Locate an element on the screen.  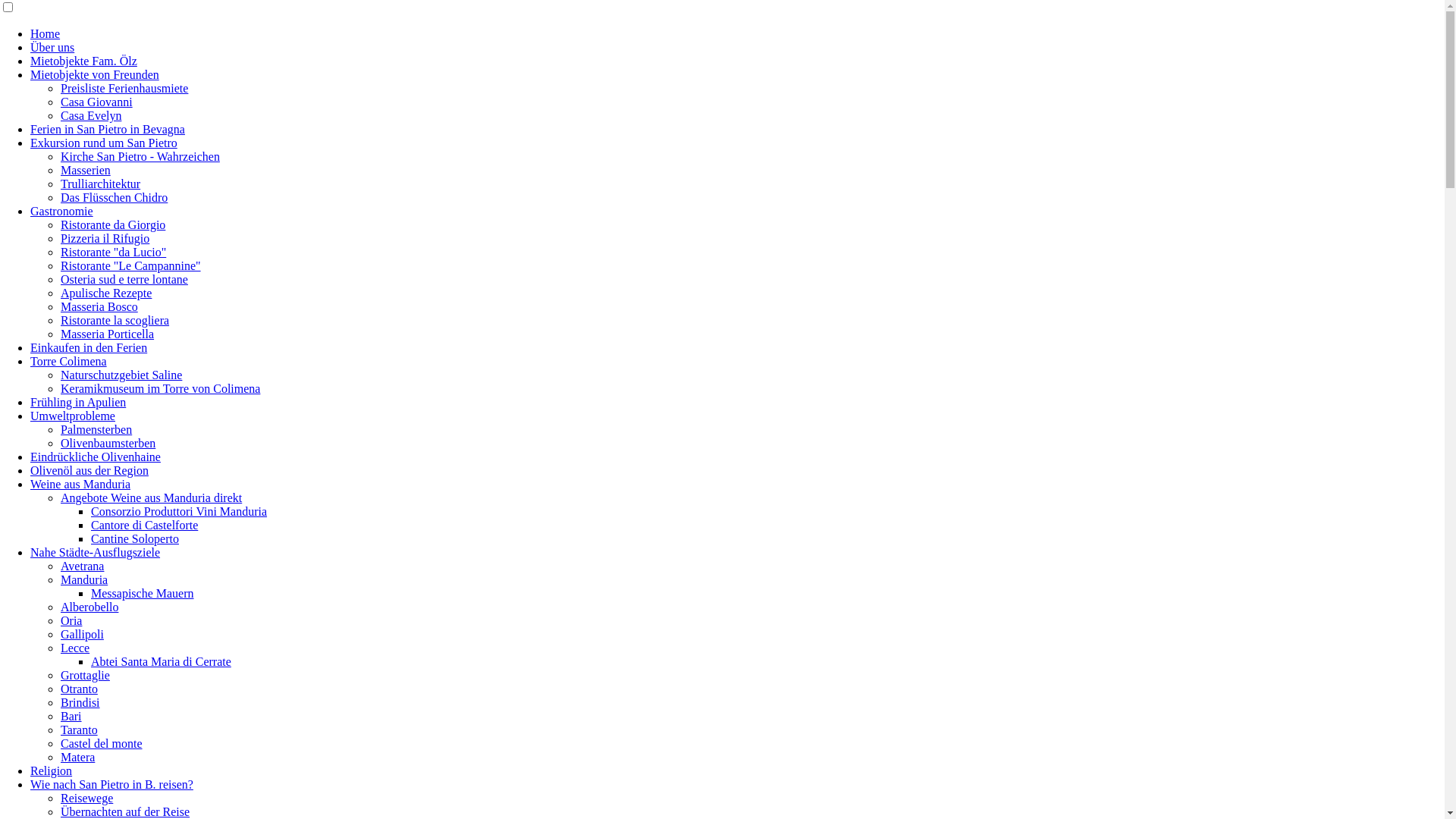
'Umweltprobleme' is located at coordinates (72, 416).